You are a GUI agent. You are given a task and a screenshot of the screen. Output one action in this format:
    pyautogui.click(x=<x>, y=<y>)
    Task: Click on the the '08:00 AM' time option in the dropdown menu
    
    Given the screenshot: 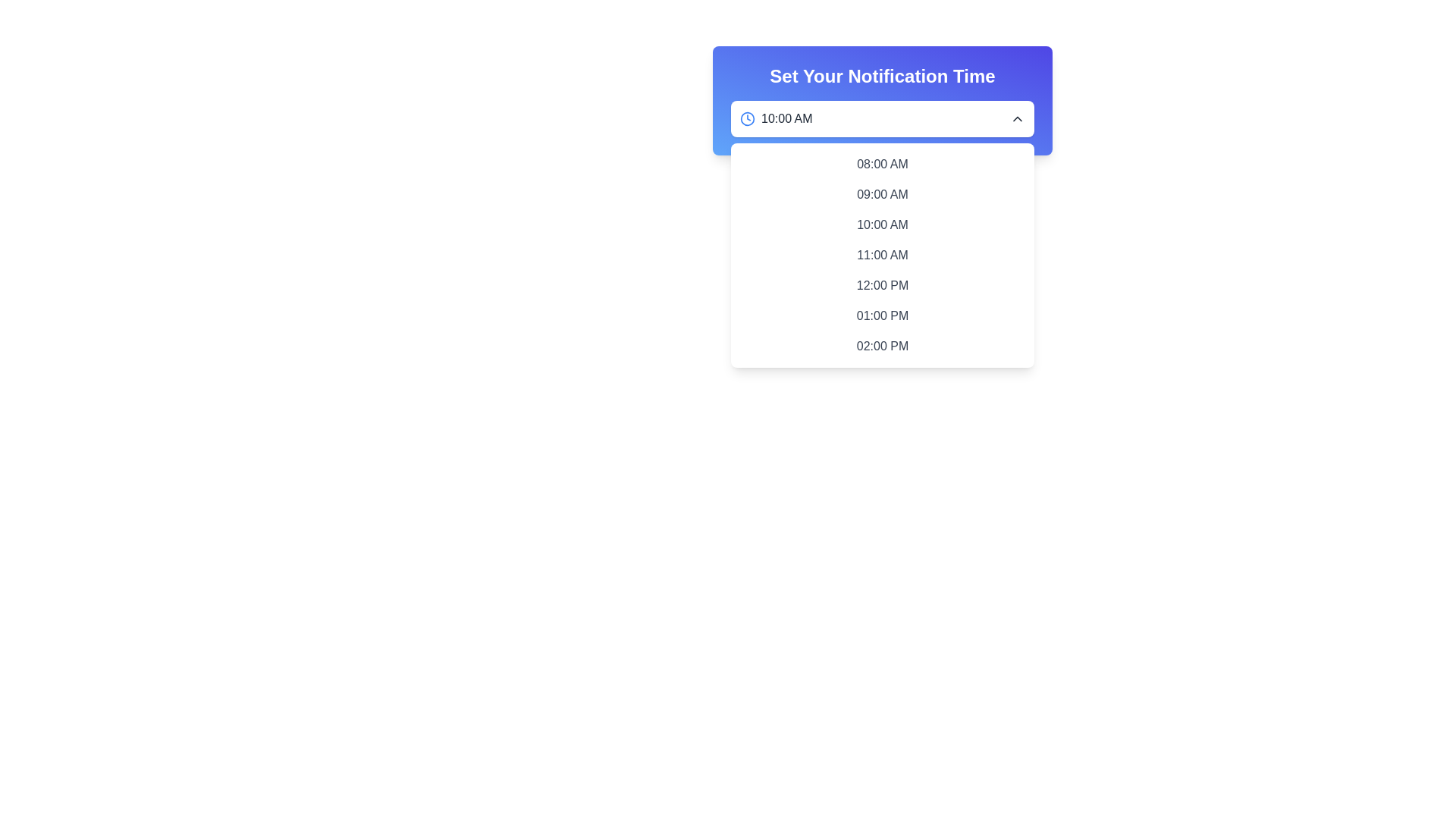 What is the action you would take?
    pyautogui.click(x=882, y=164)
    